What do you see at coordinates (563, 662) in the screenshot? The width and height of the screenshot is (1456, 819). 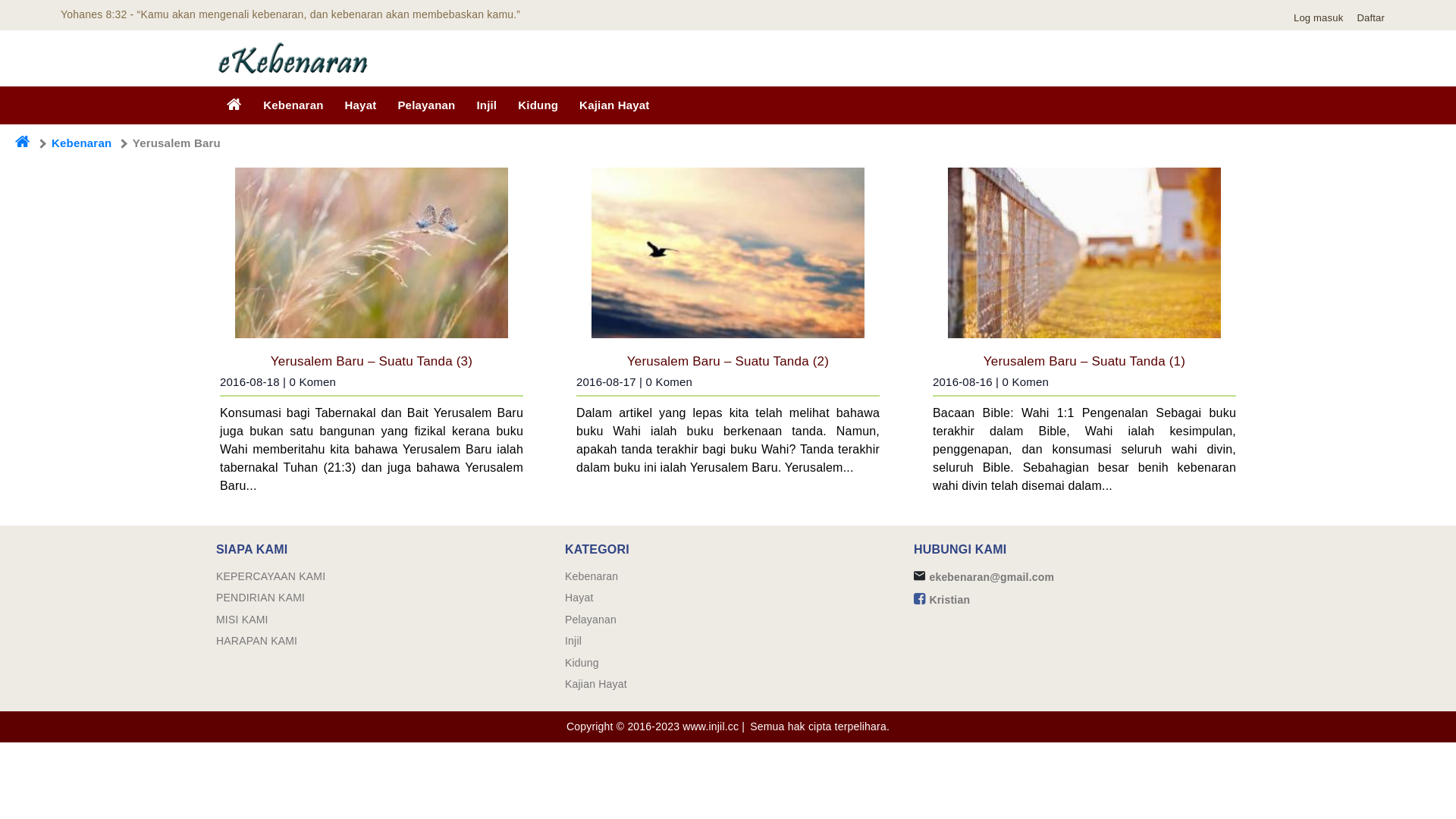 I see `'Kidung'` at bounding box center [563, 662].